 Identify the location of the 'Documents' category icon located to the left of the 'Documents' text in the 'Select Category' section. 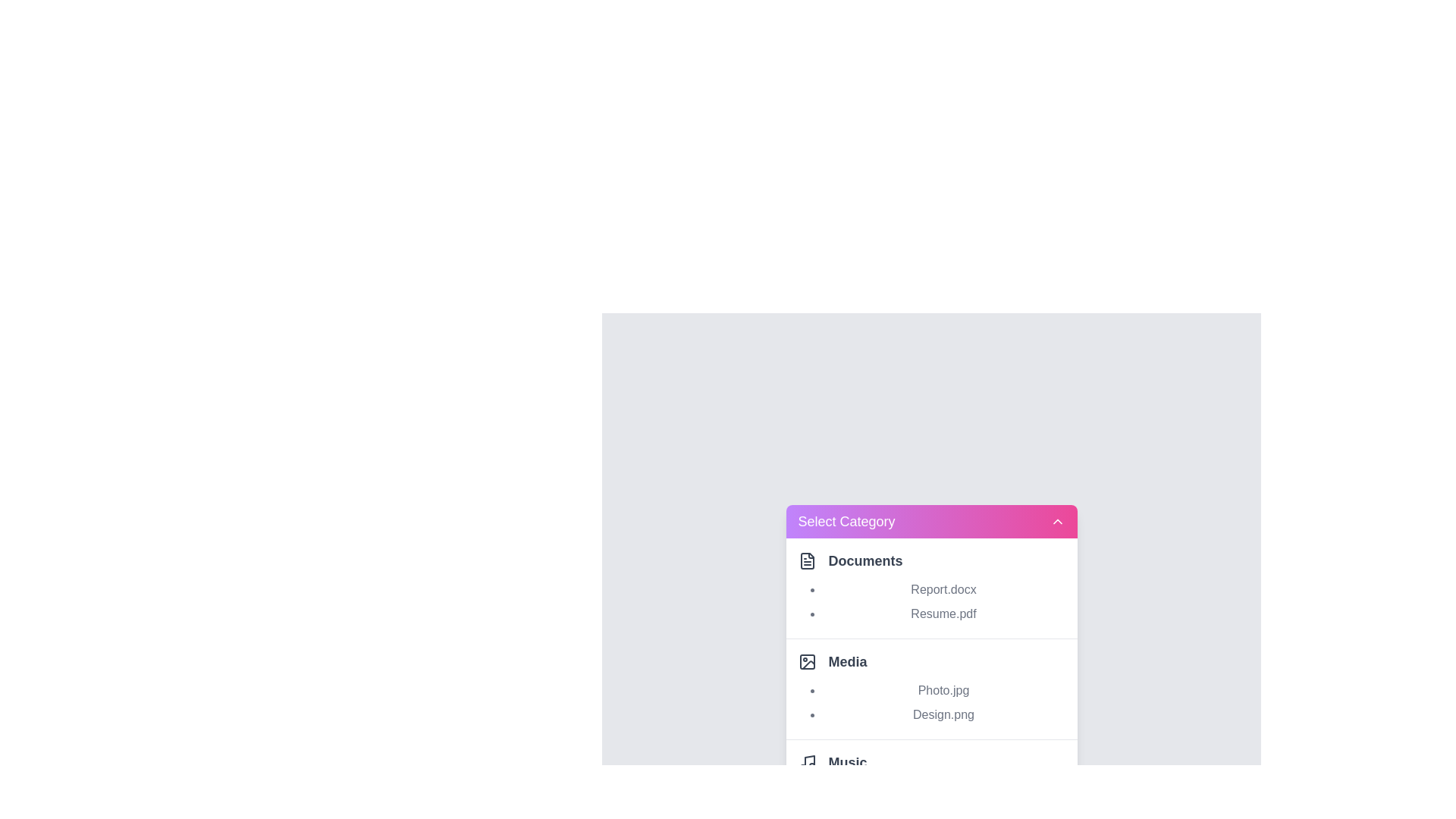
(806, 560).